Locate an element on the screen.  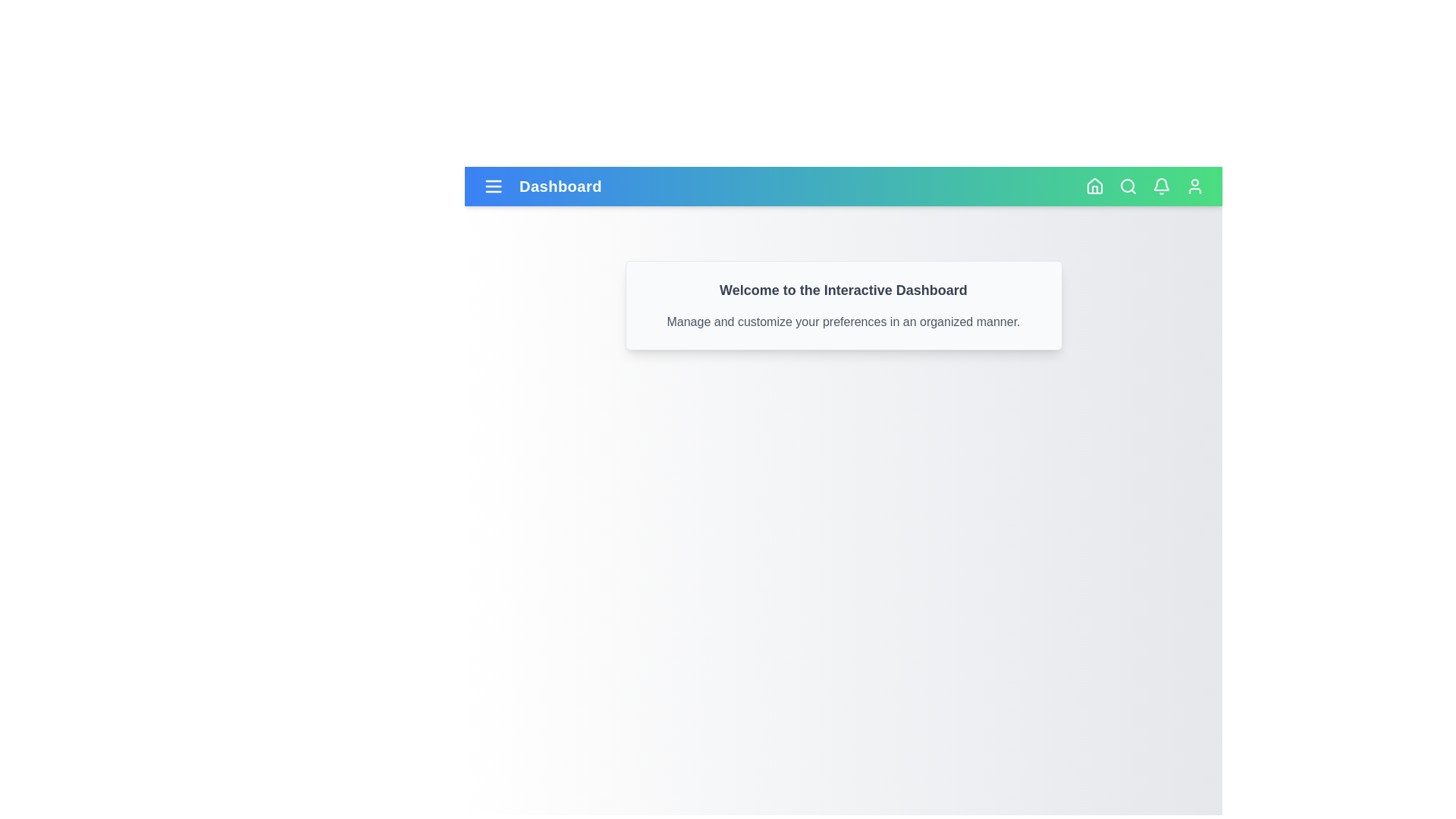
the menu icon to expand the menu is located at coordinates (494, 186).